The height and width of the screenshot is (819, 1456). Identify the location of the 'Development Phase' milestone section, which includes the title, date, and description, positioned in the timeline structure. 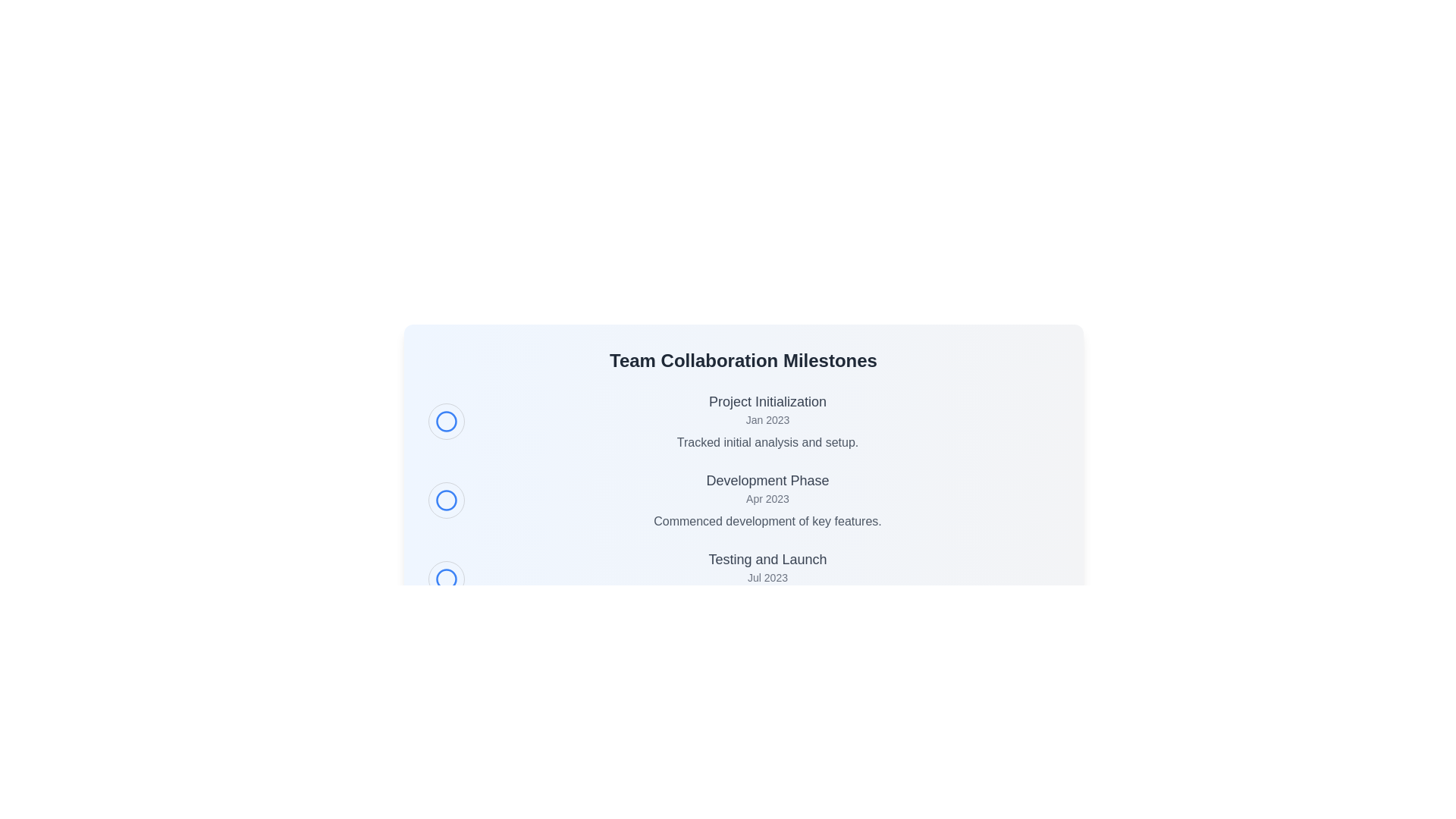
(743, 500).